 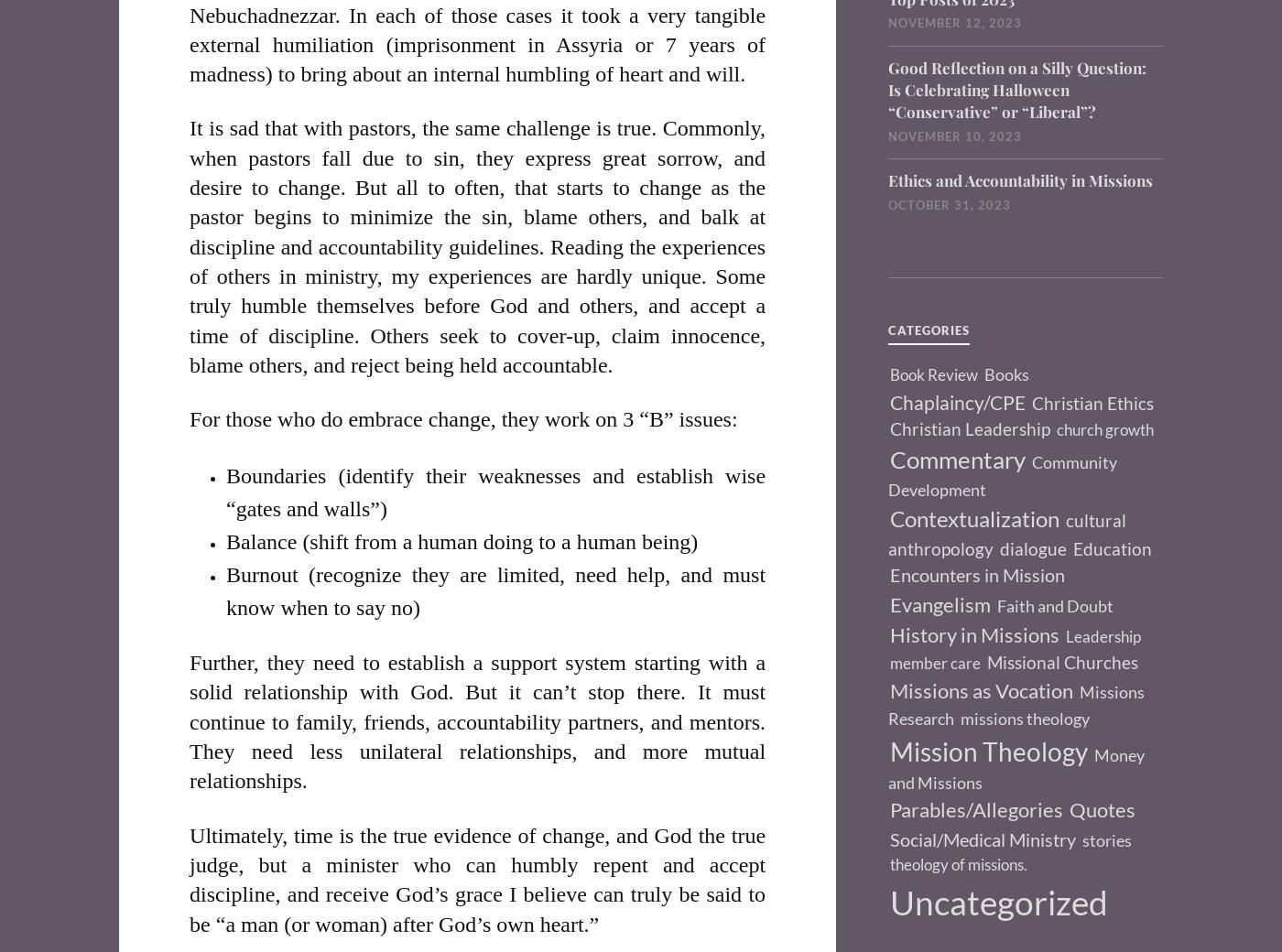 What do you see at coordinates (974, 516) in the screenshot?
I see `'Contextualization'` at bounding box center [974, 516].